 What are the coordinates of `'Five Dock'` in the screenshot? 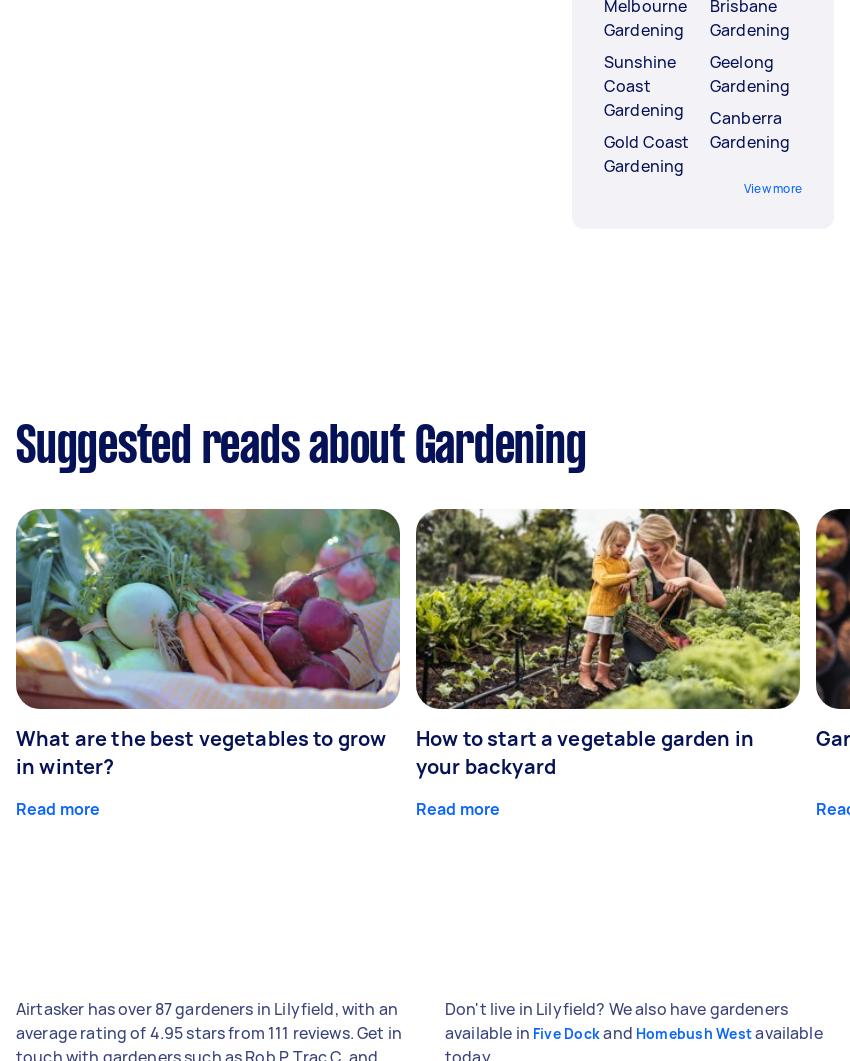 It's located at (566, 1032).